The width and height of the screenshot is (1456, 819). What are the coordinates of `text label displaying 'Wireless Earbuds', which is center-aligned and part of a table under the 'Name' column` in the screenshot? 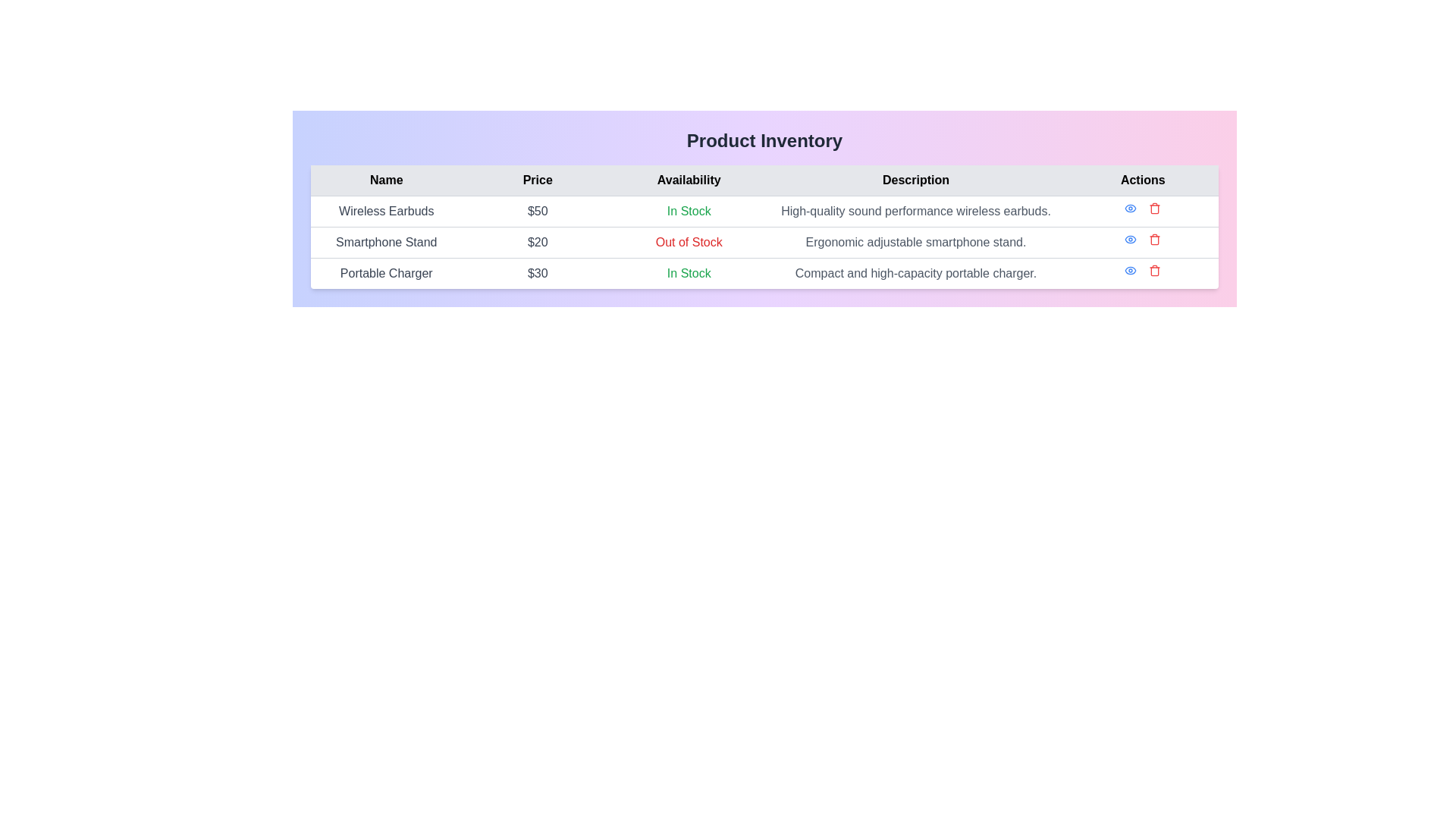 It's located at (386, 211).